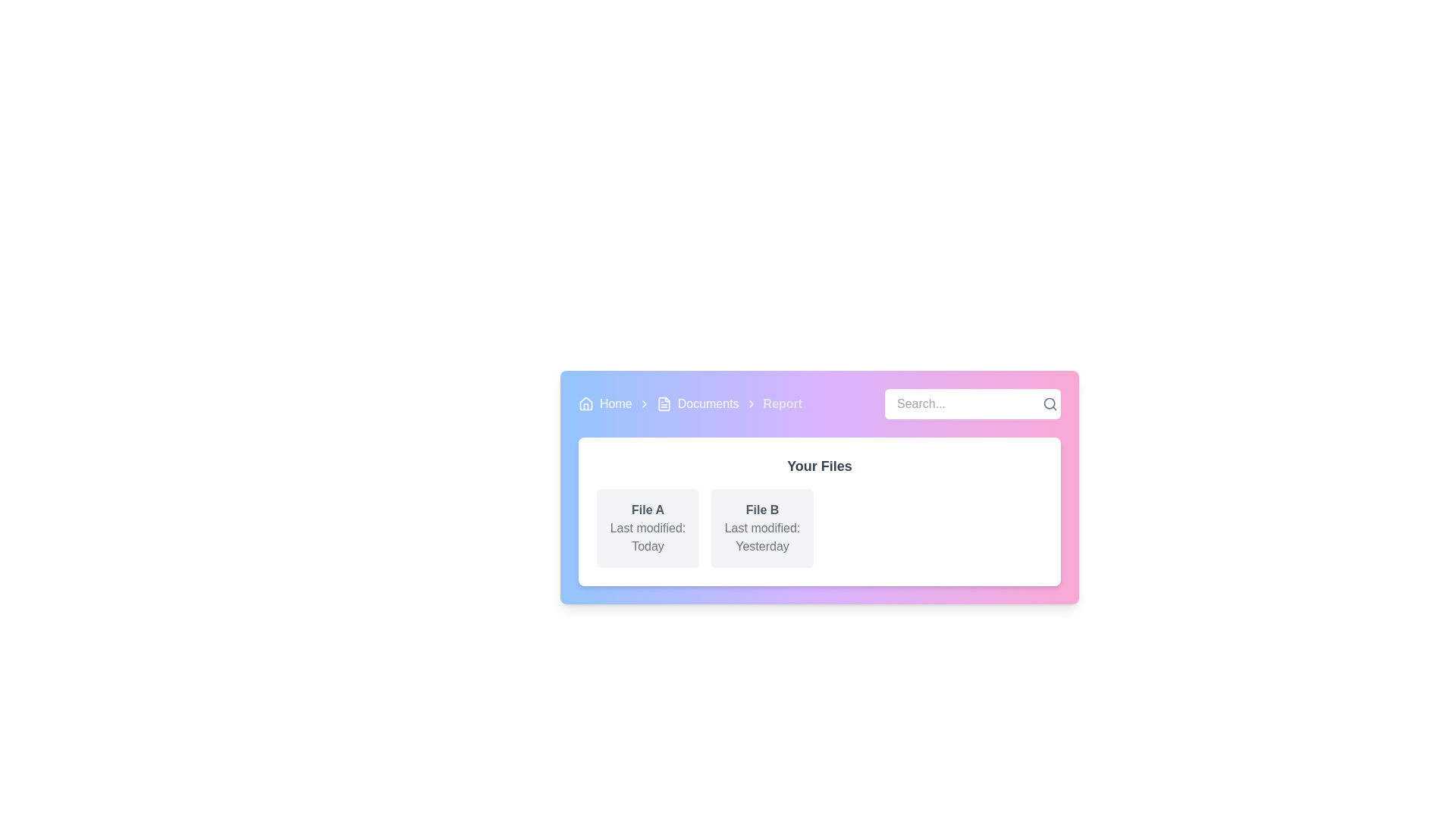 This screenshot has width=1456, height=819. I want to click on the 'File A' text label, which is displayed in bold dark-gray font at the top-left corner of a light-gray card in the 'Your Files' section, so click(648, 510).